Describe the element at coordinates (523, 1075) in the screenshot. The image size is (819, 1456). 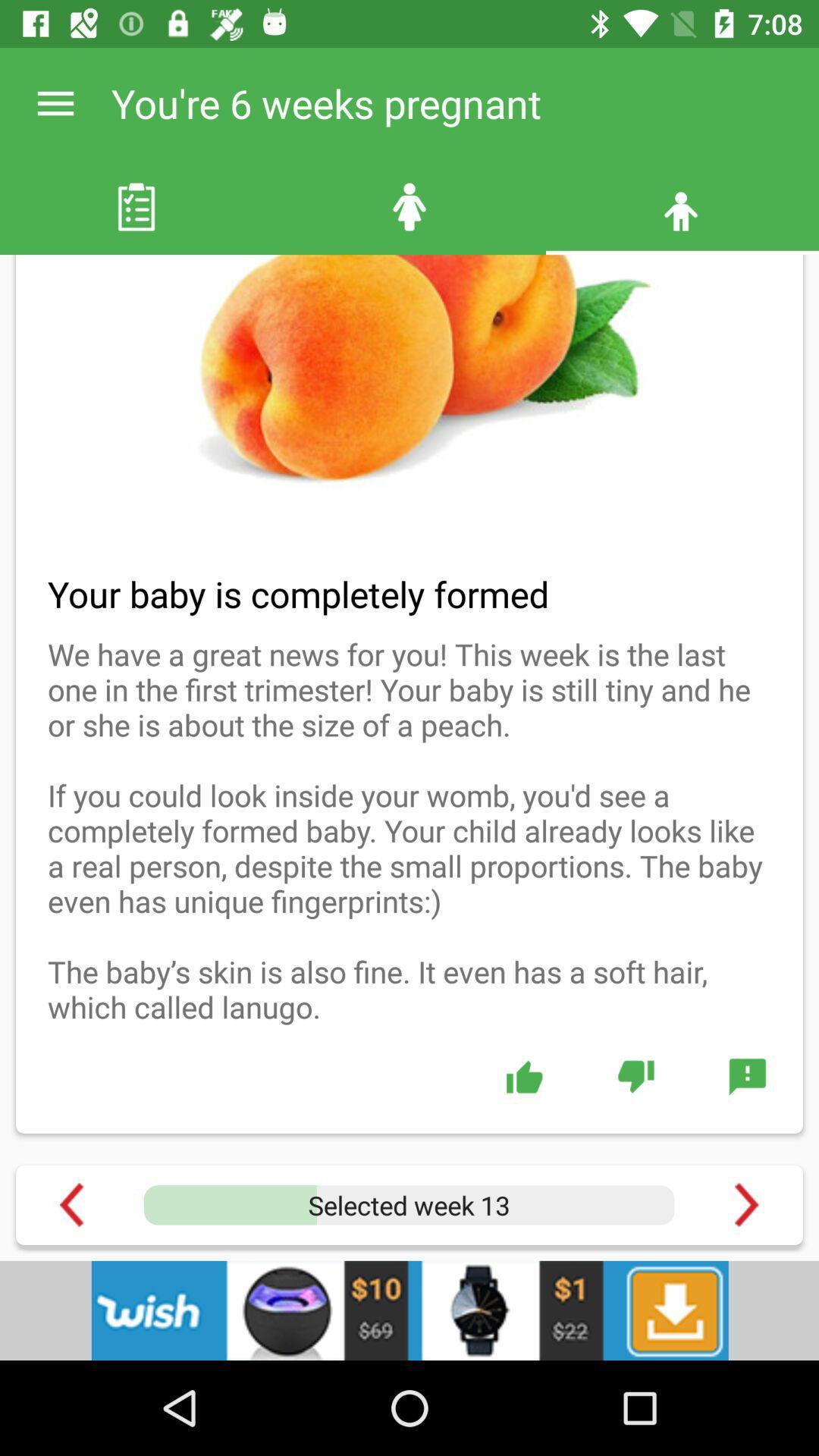
I see `like button` at that location.